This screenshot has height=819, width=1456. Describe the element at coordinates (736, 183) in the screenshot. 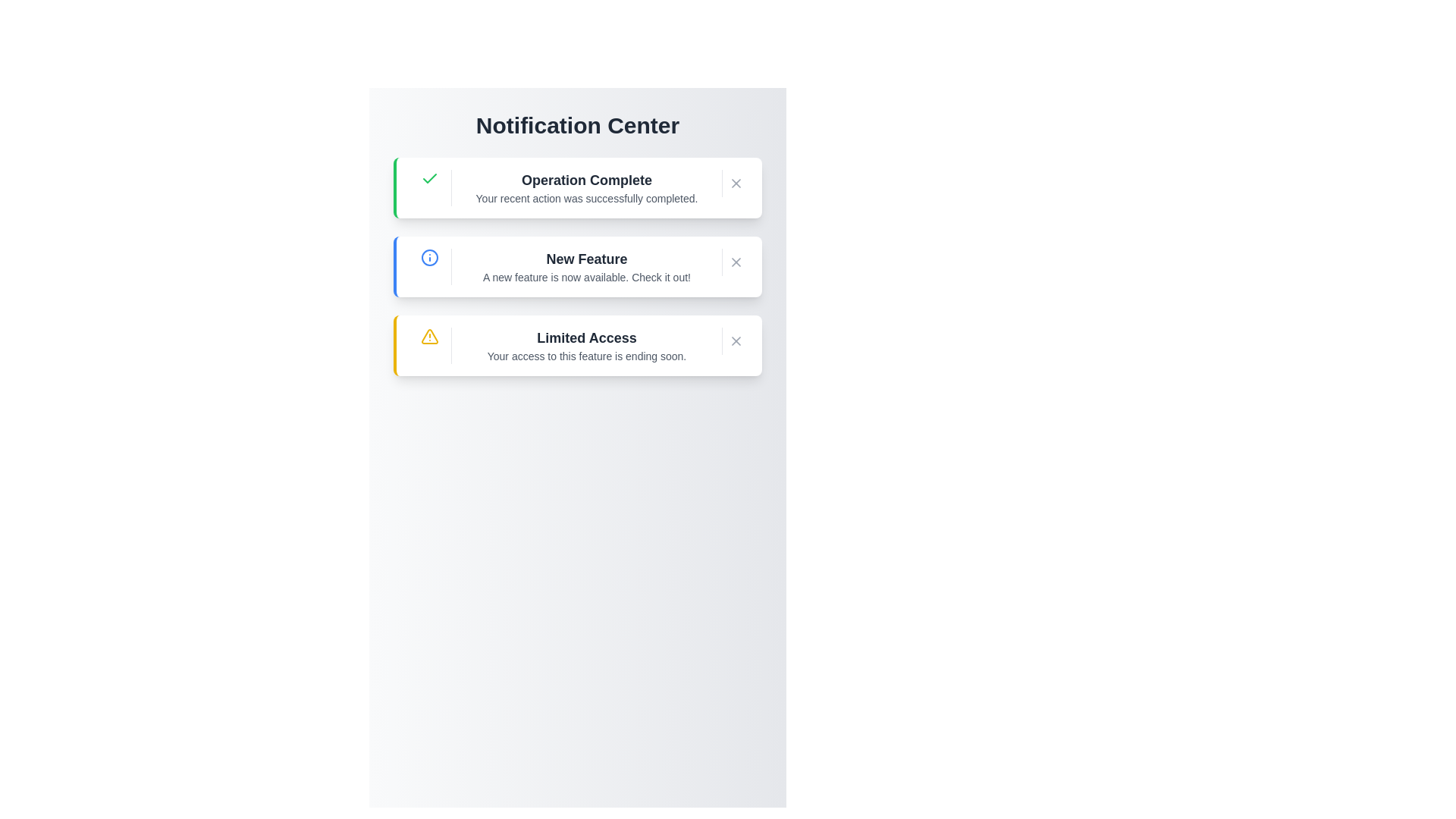

I see `the interactive button with an 'X' icon located at the upper-right corner of the 'Operation Complete' notification card` at that location.